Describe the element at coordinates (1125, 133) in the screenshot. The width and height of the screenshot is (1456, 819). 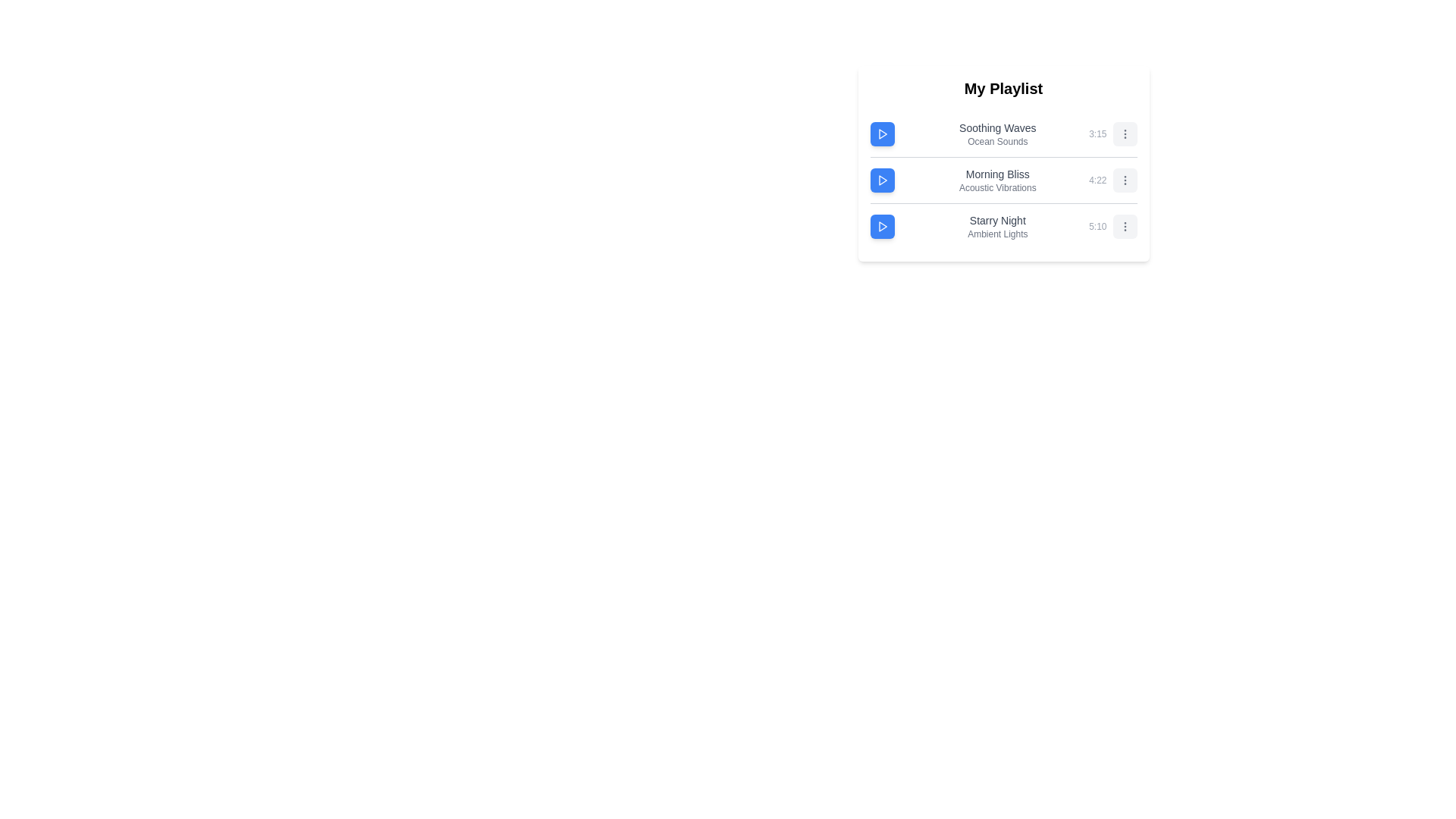
I see `the options button (three vertically aligned dots) located on the right side of the first row of the 'Soothing Waves - Ocean Sounds' playlist` at that location.